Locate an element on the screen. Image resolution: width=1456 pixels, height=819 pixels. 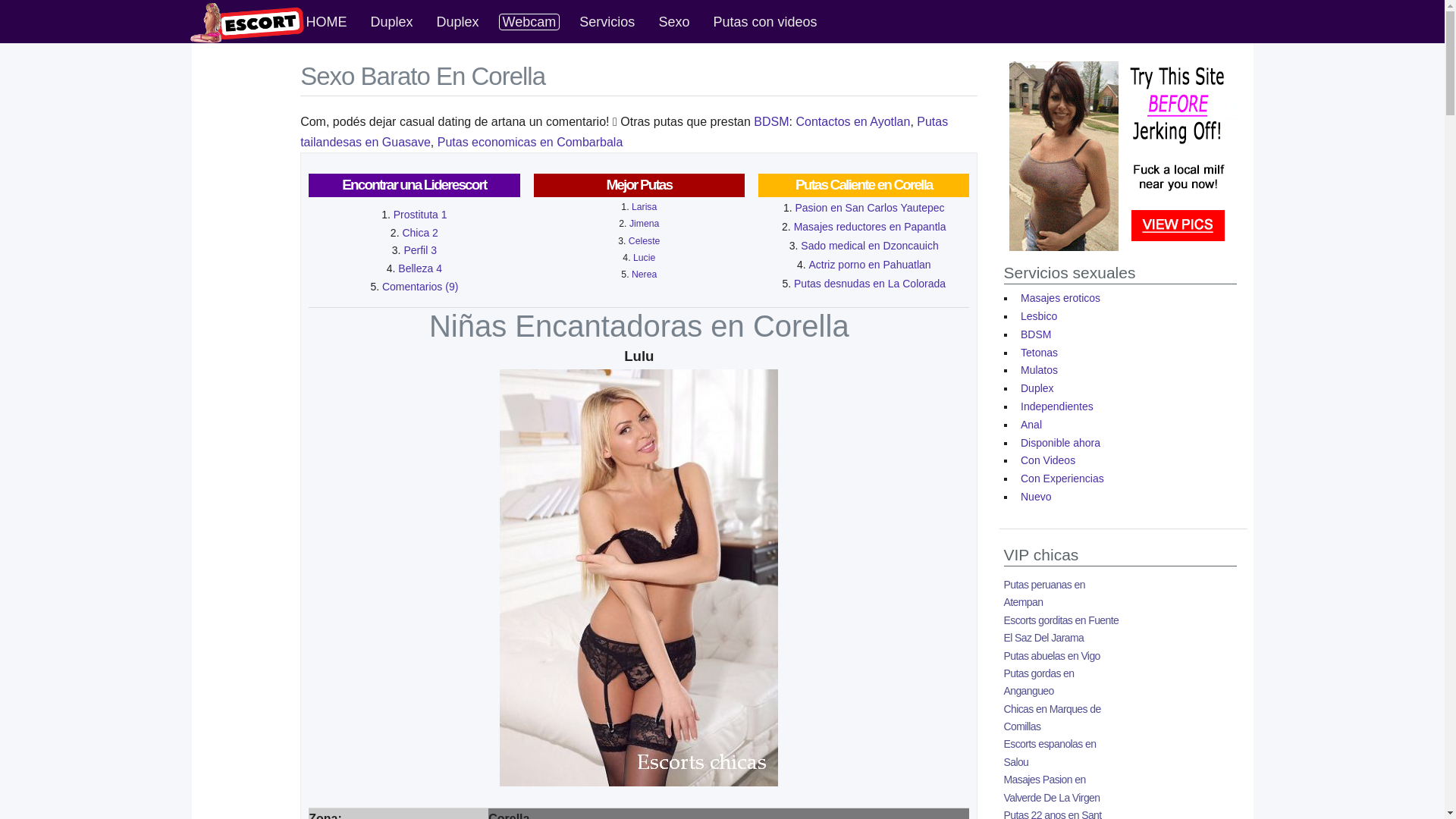
'Larisa' is located at coordinates (644, 207).